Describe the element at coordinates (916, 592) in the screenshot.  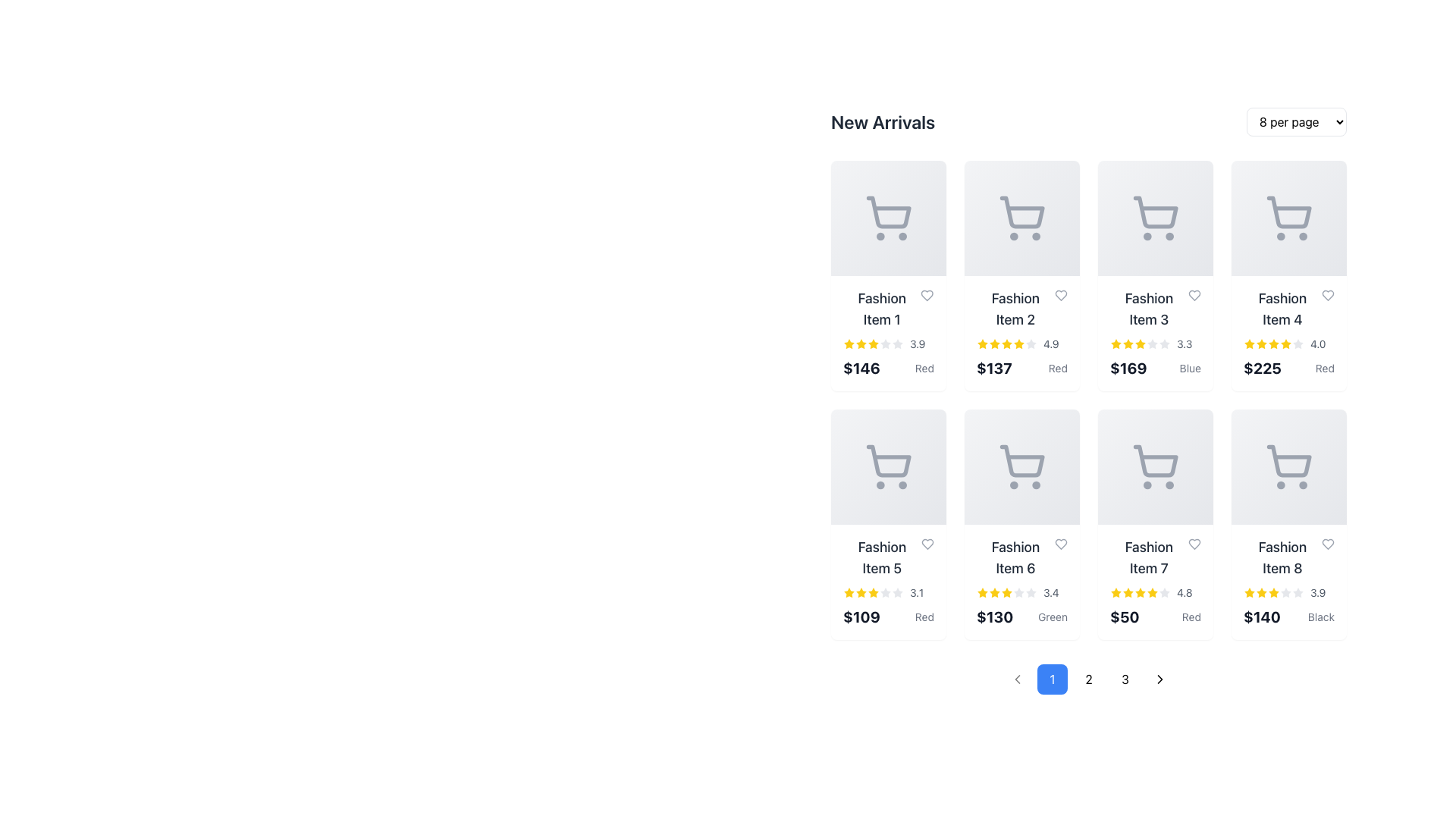
I see `the Text Label that conveys the numerical rating for the adjacent star ratings in the second row, first column of the grid layout` at that location.